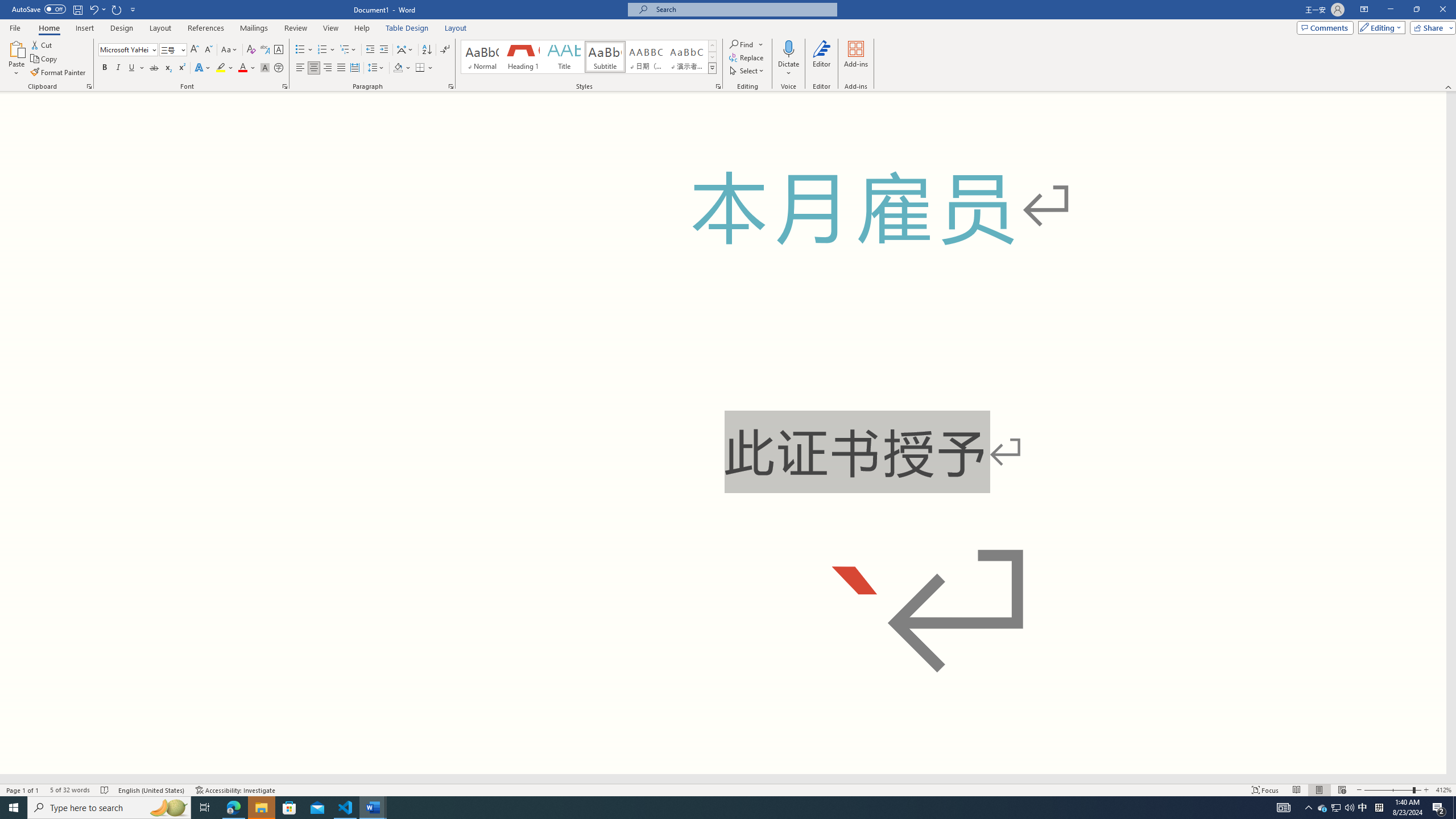 The width and height of the screenshot is (1456, 819). What do you see at coordinates (1325, 27) in the screenshot?
I see `'Comments'` at bounding box center [1325, 27].